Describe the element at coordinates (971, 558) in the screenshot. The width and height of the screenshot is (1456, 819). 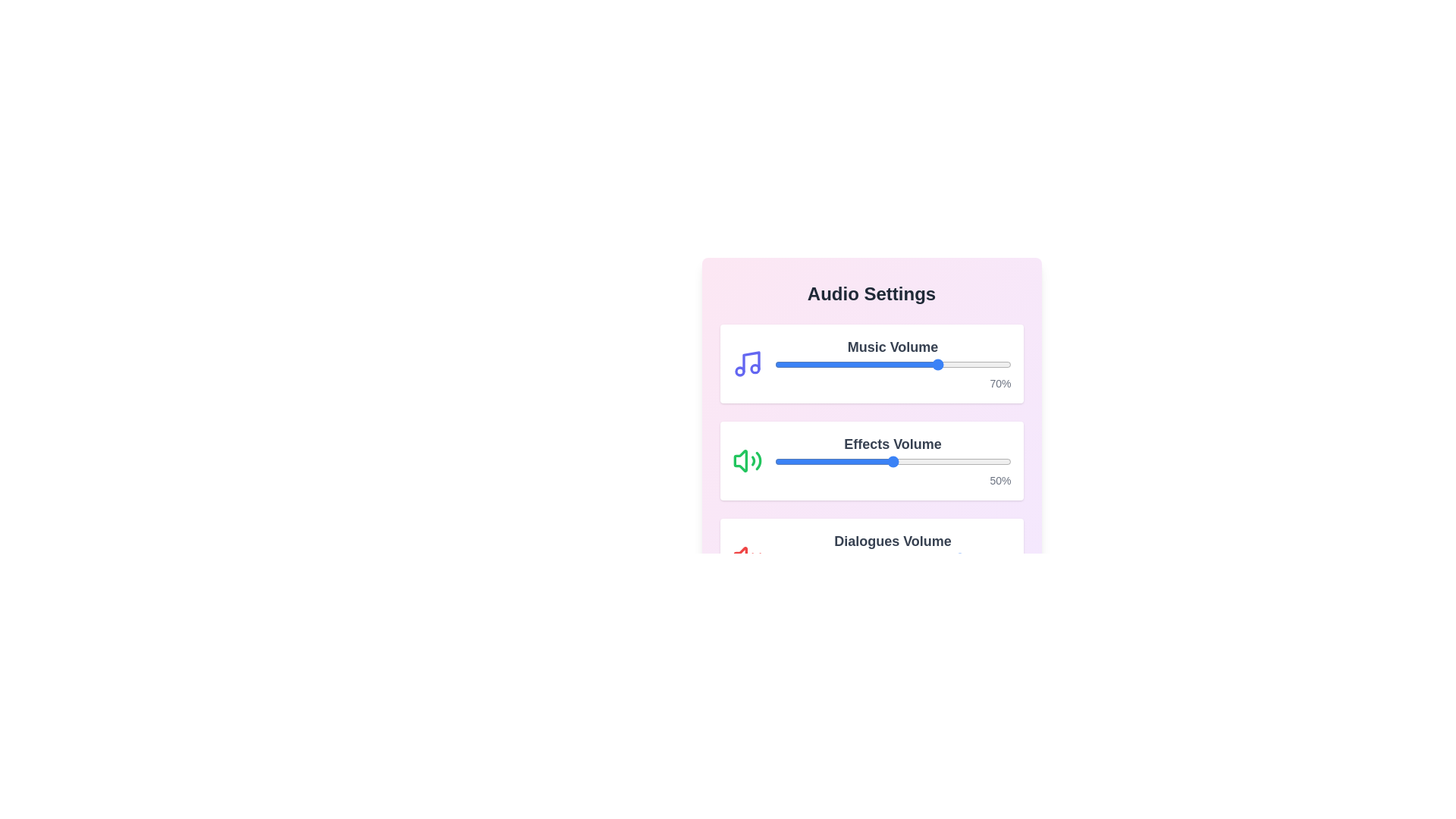
I see `the Dialogues Volume slider to 83%` at that location.